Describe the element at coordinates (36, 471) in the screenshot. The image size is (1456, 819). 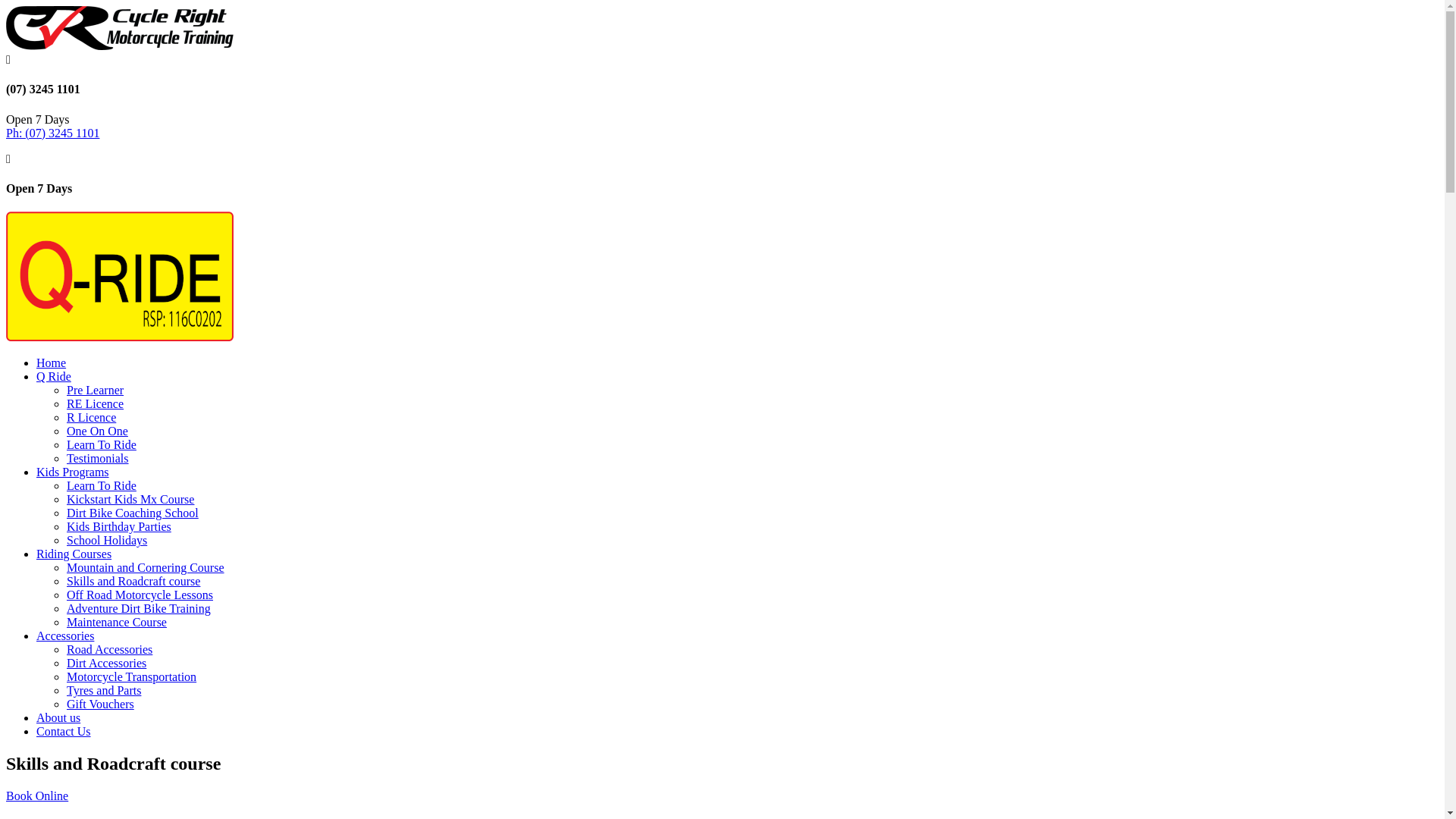
I see `'Kids Programs'` at that location.